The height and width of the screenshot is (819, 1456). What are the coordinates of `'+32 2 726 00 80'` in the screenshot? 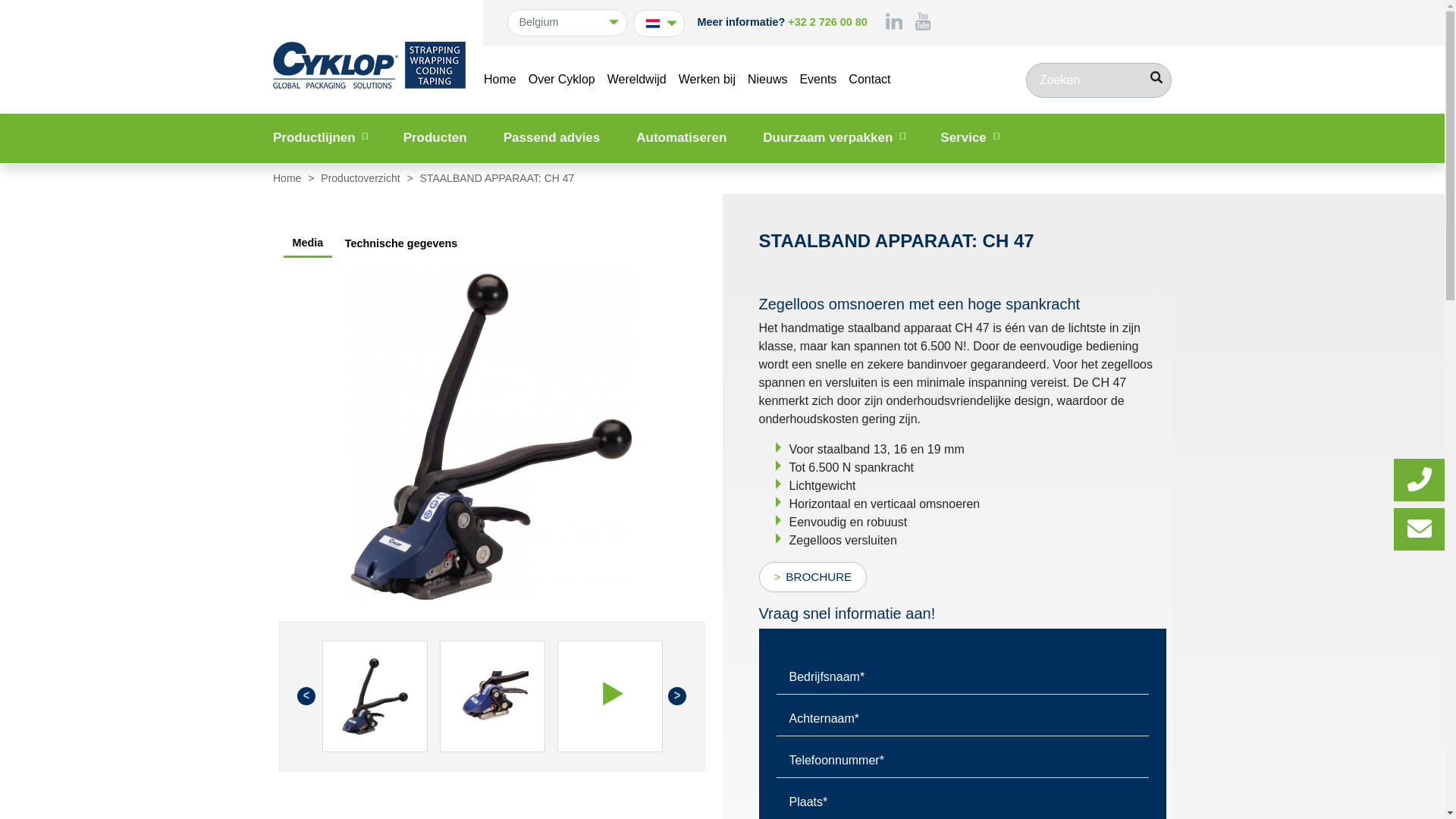 It's located at (826, 22).